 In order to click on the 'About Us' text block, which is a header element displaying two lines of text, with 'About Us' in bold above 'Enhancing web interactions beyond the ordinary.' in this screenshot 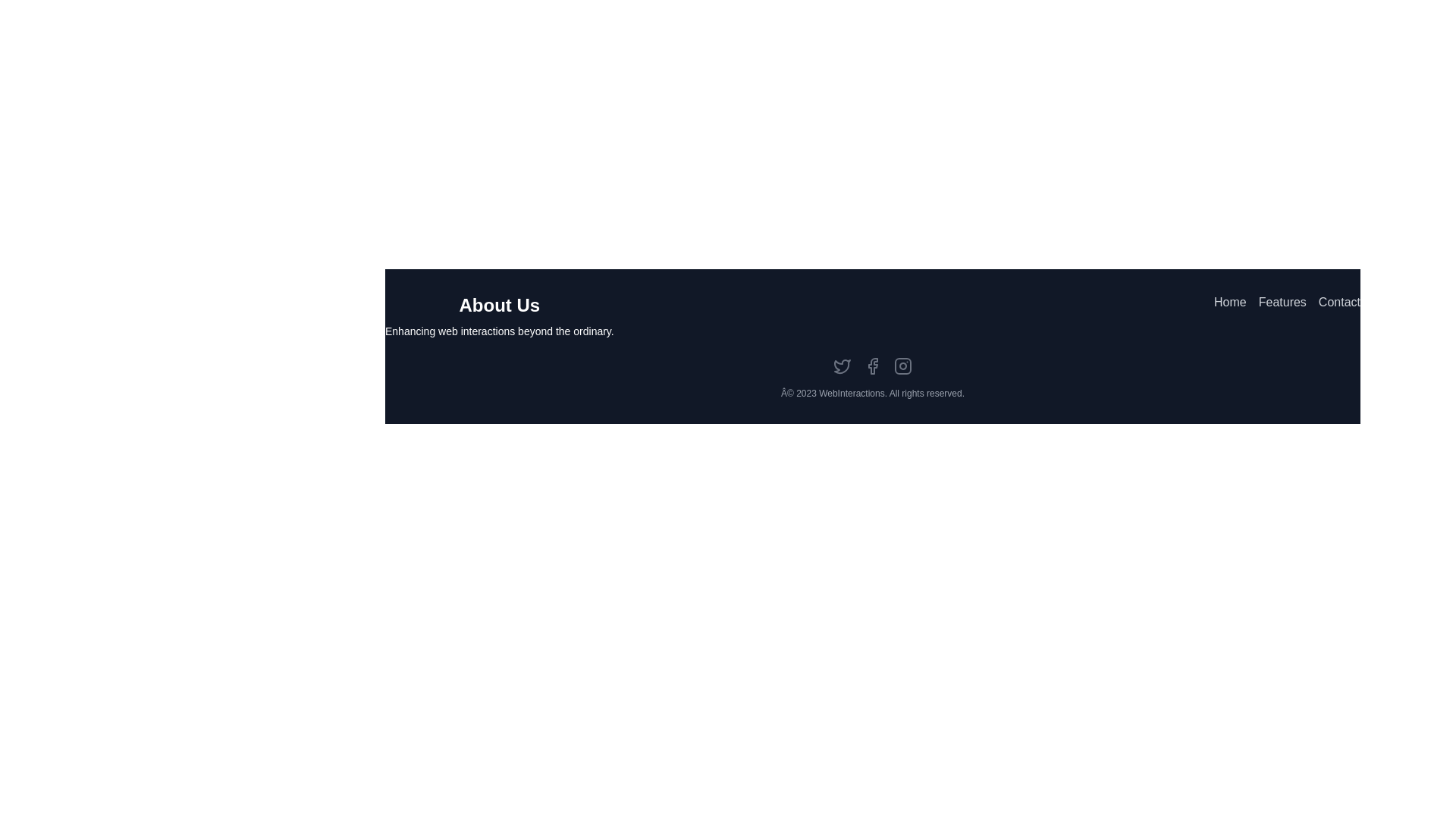, I will do `click(499, 315)`.